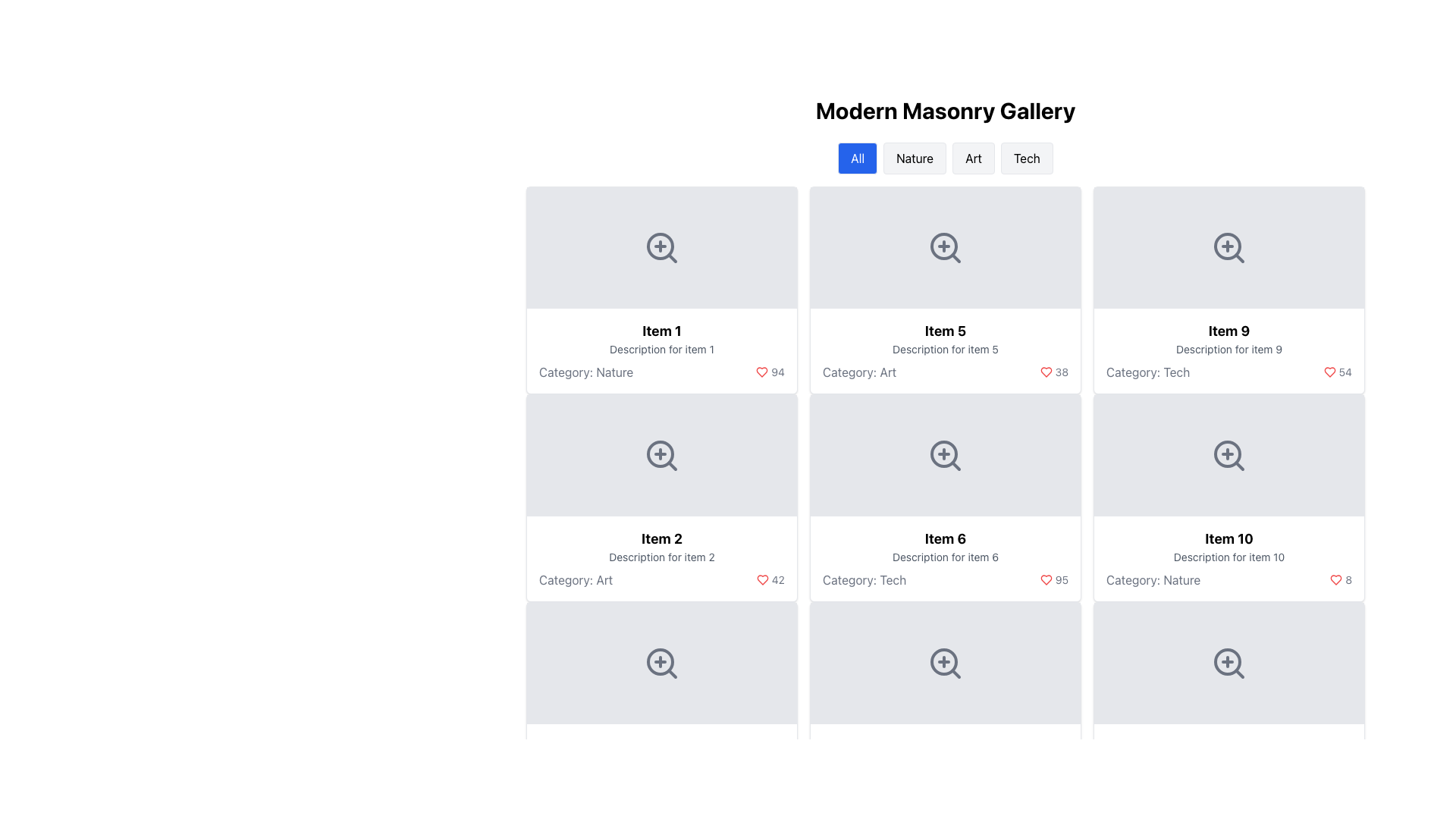 The width and height of the screenshot is (1456, 819). What do you see at coordinates (662, 247) in the screenshot?
I see `the zoom-in icon located in the top-left square card of the 'Modern Masonry Gallery'` at bounding box center [662, 247].